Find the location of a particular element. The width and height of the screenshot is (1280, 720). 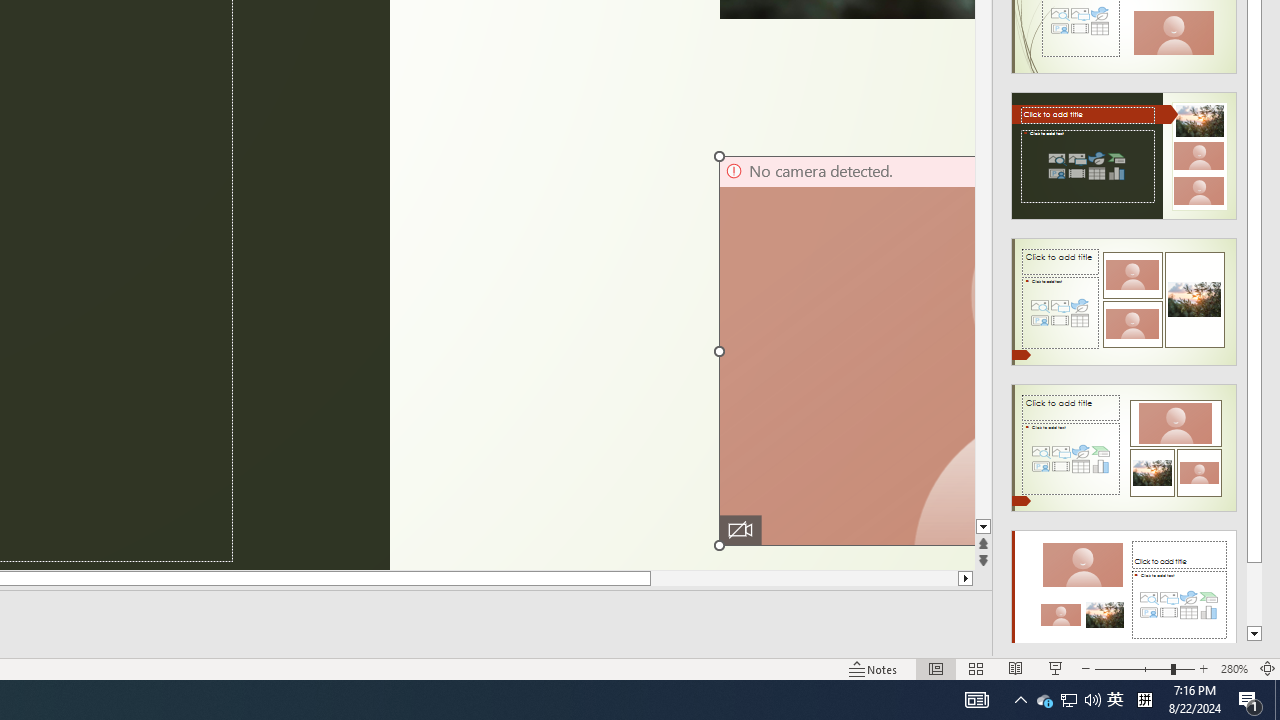

'Camera 13, No camera detected.' is located at coordinates (846, 350).